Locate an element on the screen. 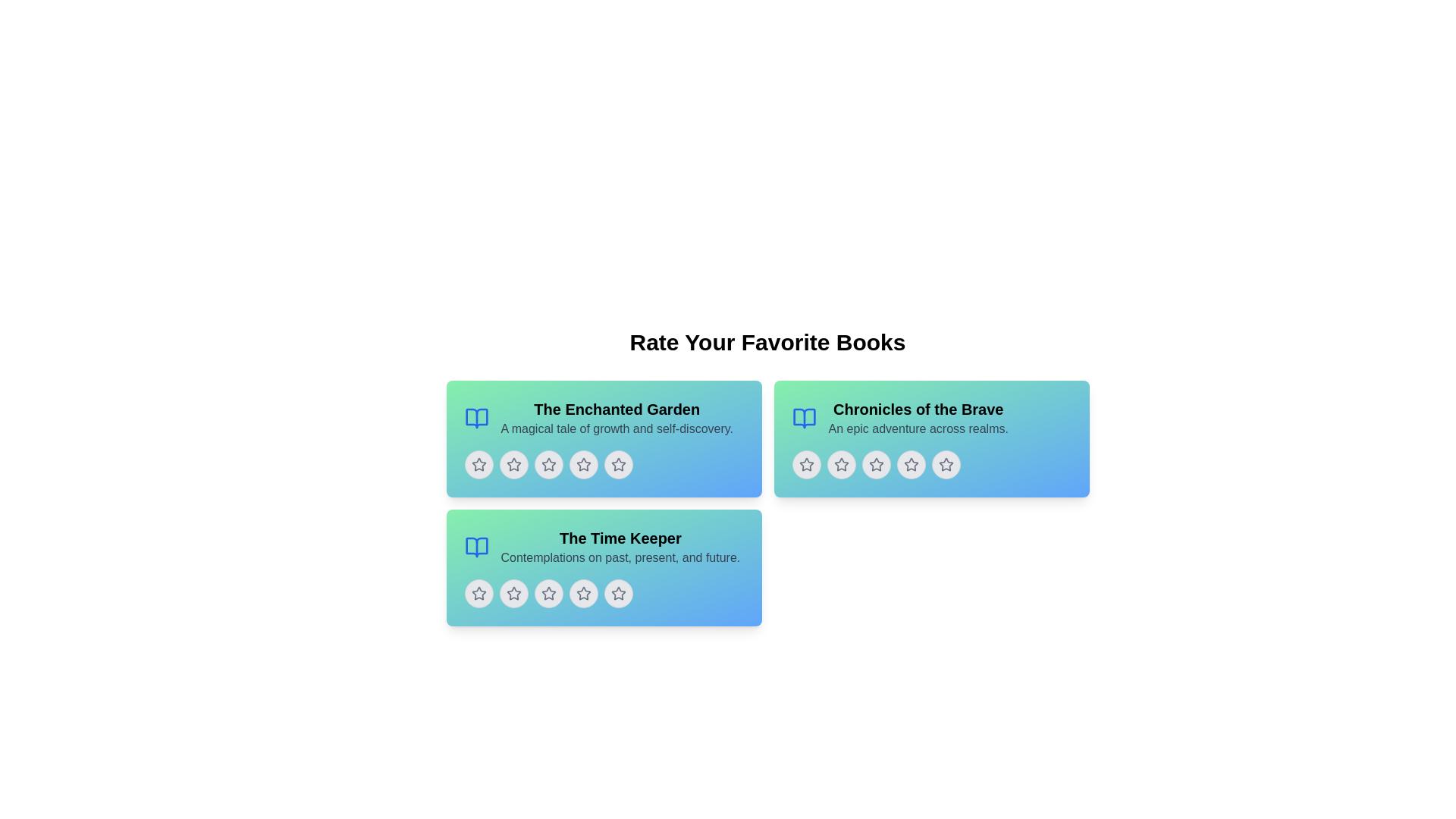 The height and width of the screenshot is (819, 1456). the fifth interactive star rating button, which is outlined in grey and set within a light-grey circular button, to rate it is located at coordinates (603, 464).